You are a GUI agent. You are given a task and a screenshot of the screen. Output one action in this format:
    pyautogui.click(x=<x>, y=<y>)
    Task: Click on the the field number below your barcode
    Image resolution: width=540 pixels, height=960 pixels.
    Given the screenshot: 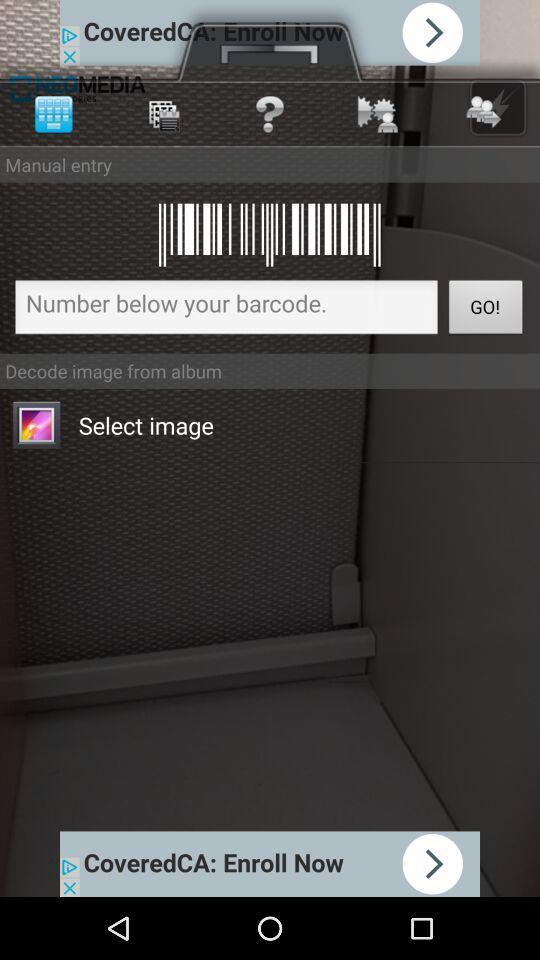 What is the action you would take?
    pyautogui.click(x=225, y=310)
    